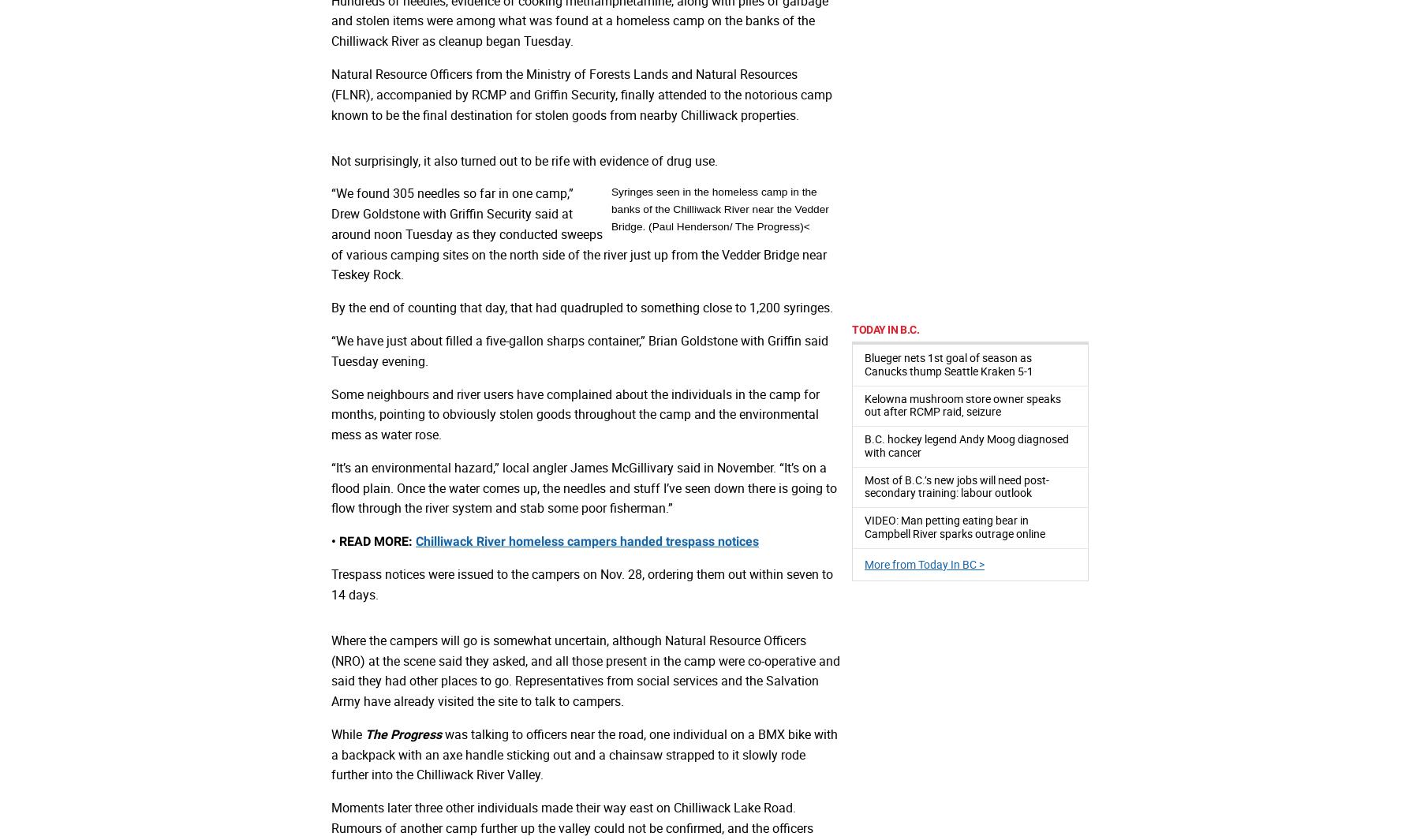 This screenshot has width=1420, height=840. I want to click on 'VIDEO: Man petting eating bear in Campbell River sparks outrage online', so click(954, 526).